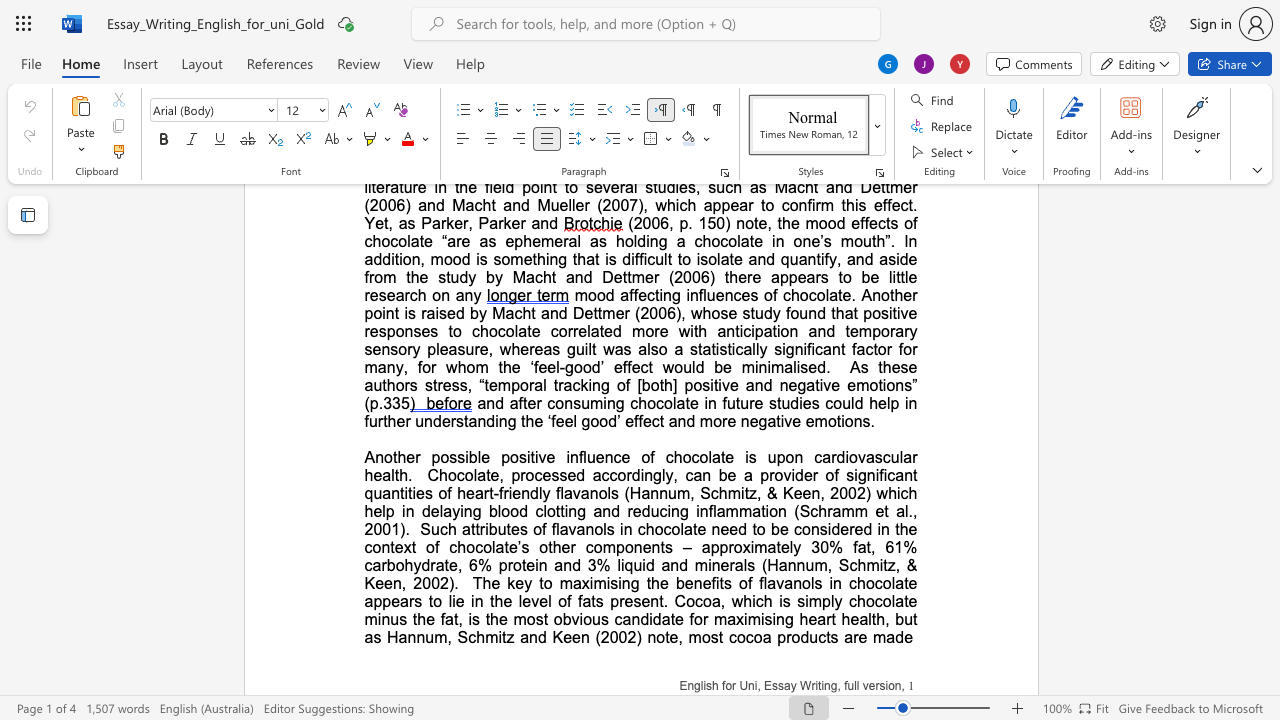 The height and width of the screenshot is (720, 1280). I want to click on the 9th character "i" in the text, so click(709, 565).